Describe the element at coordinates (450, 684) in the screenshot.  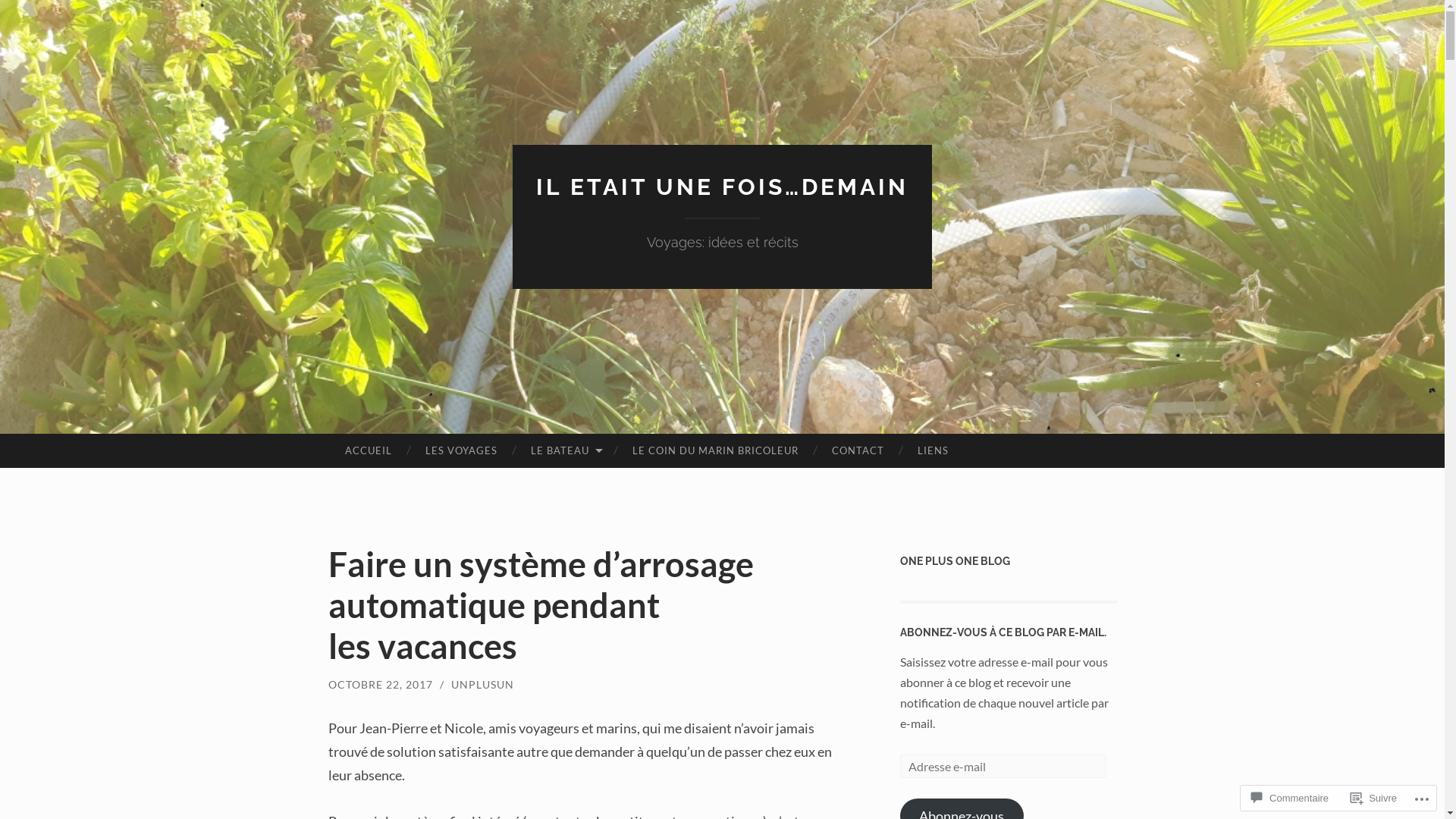
I see `'UNPLUSUN'` at that location.